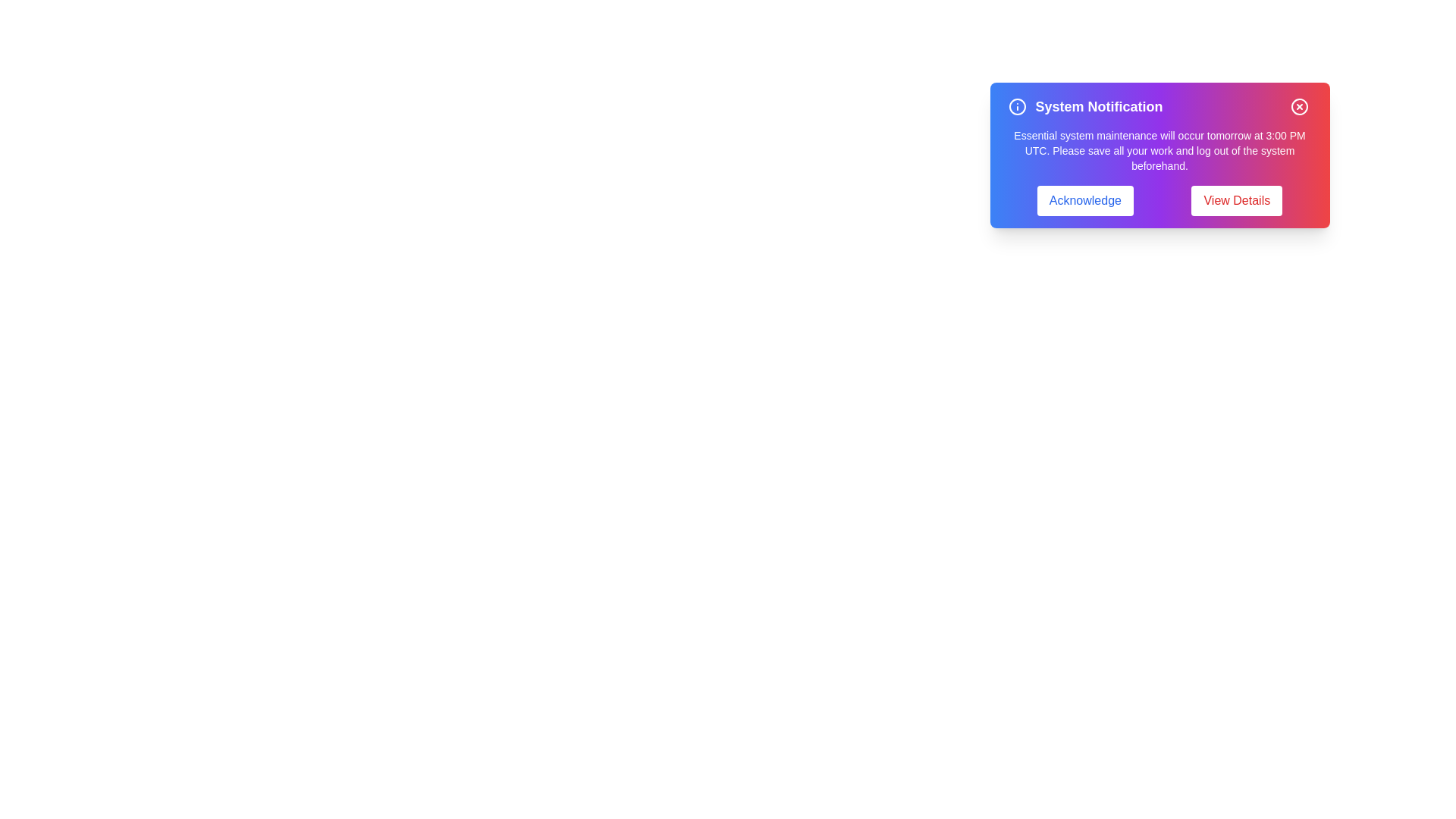  Describe the element at coordinates (1084, 200) in the screenshot. I see `the button labeled Acknowledge to view its hover effect` at that location.